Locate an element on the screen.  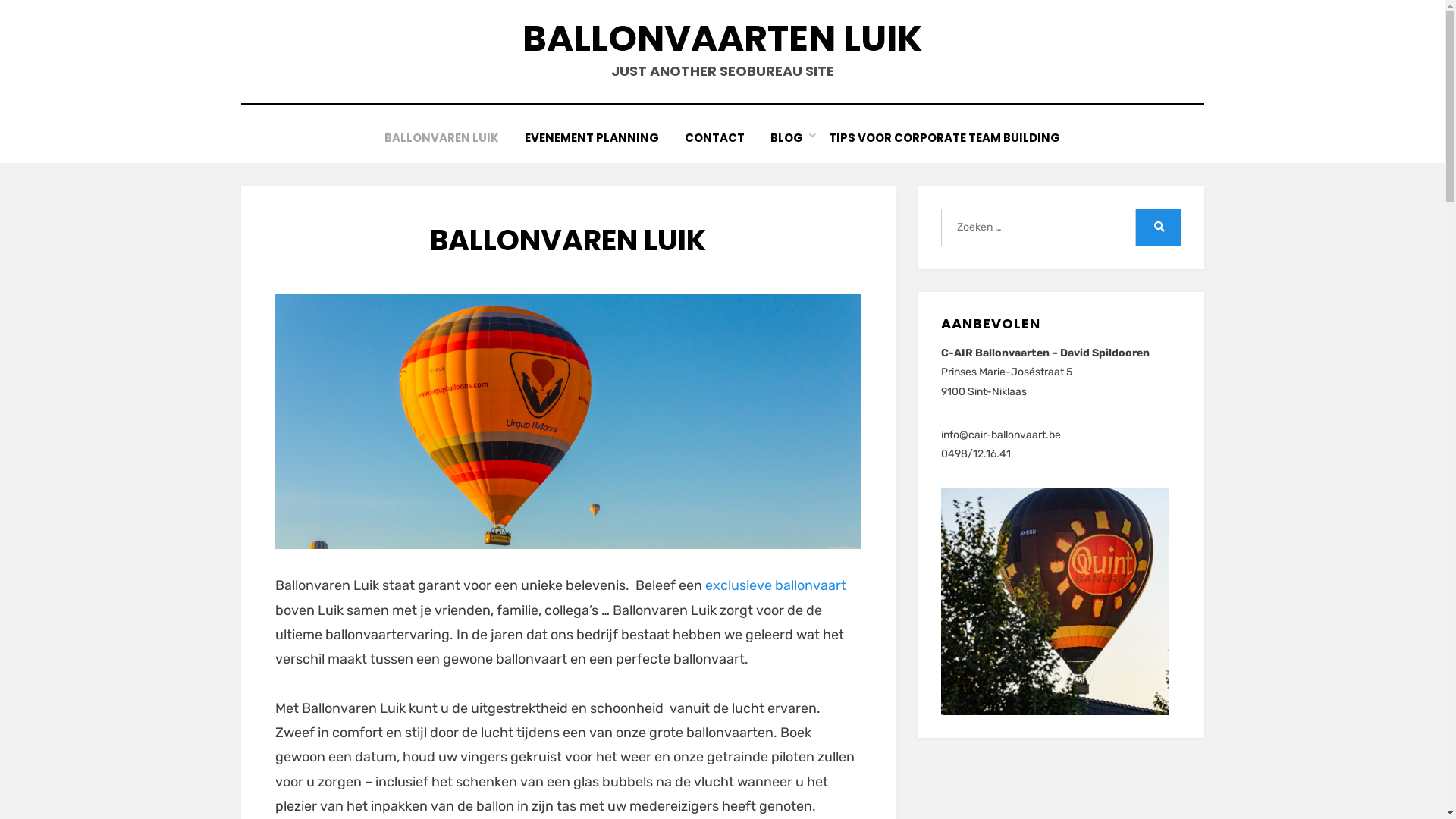
'CONTACT' is located at coordinates (714, 137).